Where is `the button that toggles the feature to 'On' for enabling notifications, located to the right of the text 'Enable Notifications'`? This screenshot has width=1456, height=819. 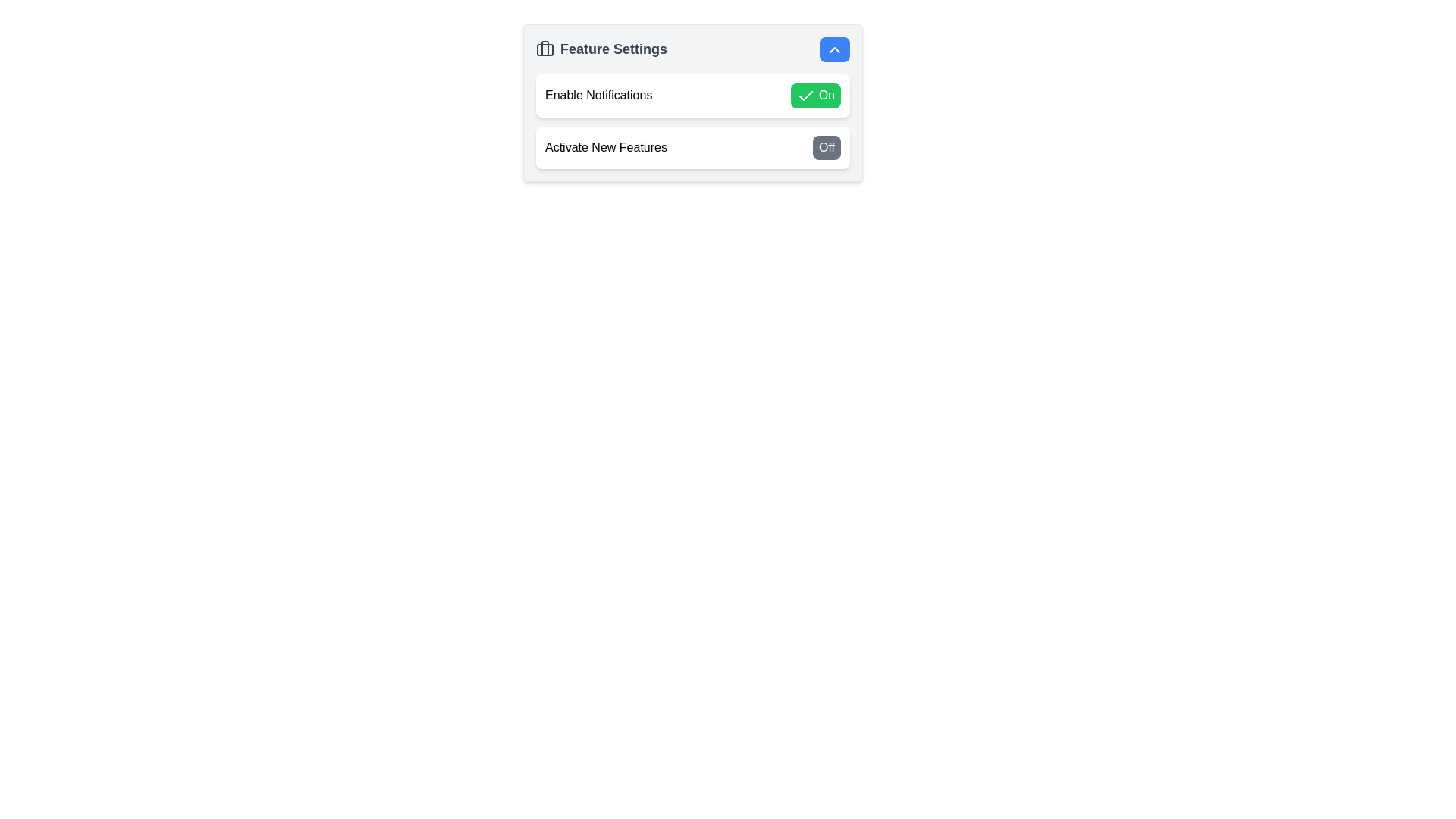
the button that toggles the feature to 'On' for enabling notifications, located to the right of the text 'Enable Notifications' is located at coordinates (815, 96).